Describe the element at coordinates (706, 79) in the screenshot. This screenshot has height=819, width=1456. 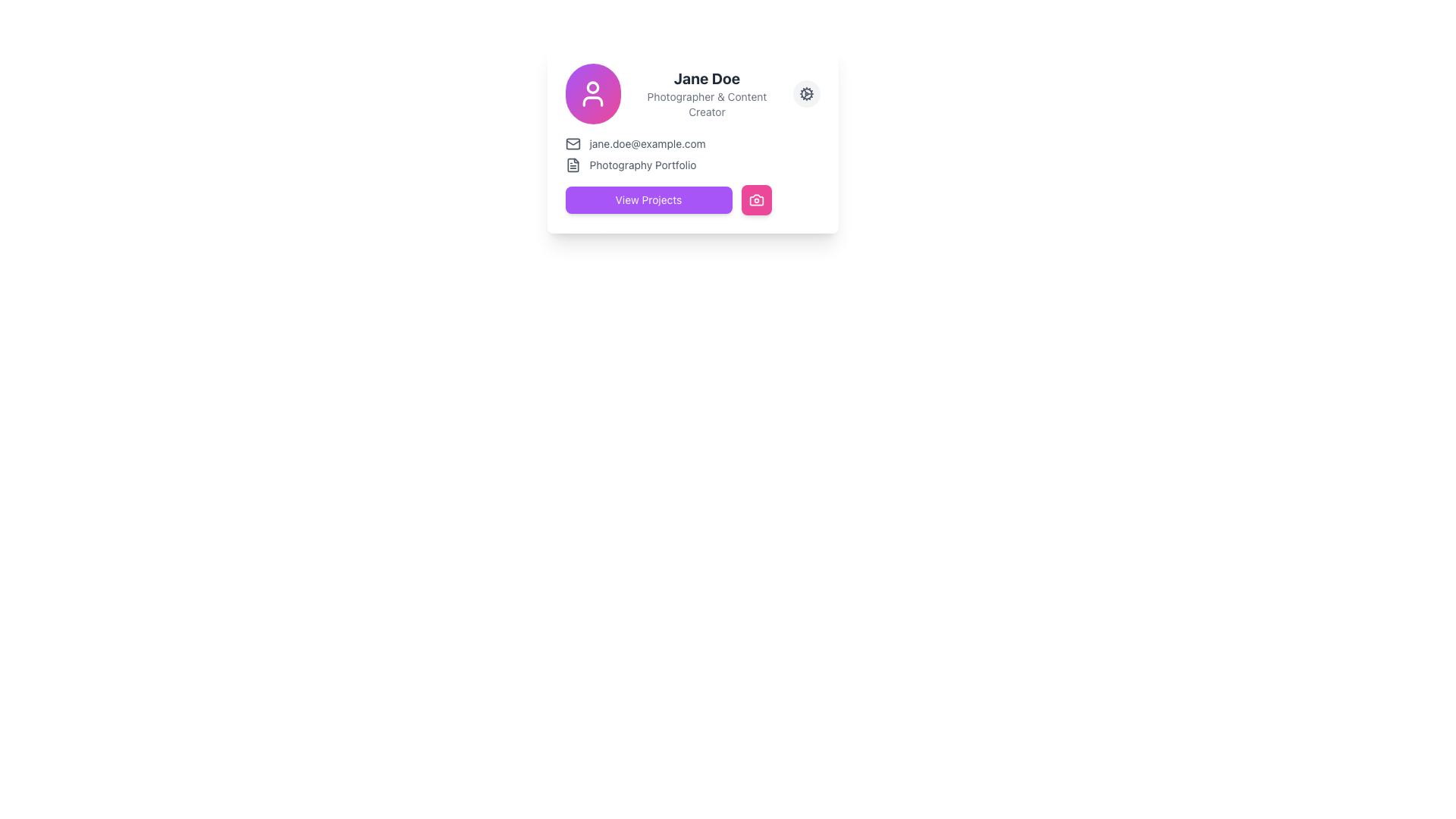
I see `text label displaying 'Jane Doe' in bold font located at the top-center section of the profile information card` at that location.